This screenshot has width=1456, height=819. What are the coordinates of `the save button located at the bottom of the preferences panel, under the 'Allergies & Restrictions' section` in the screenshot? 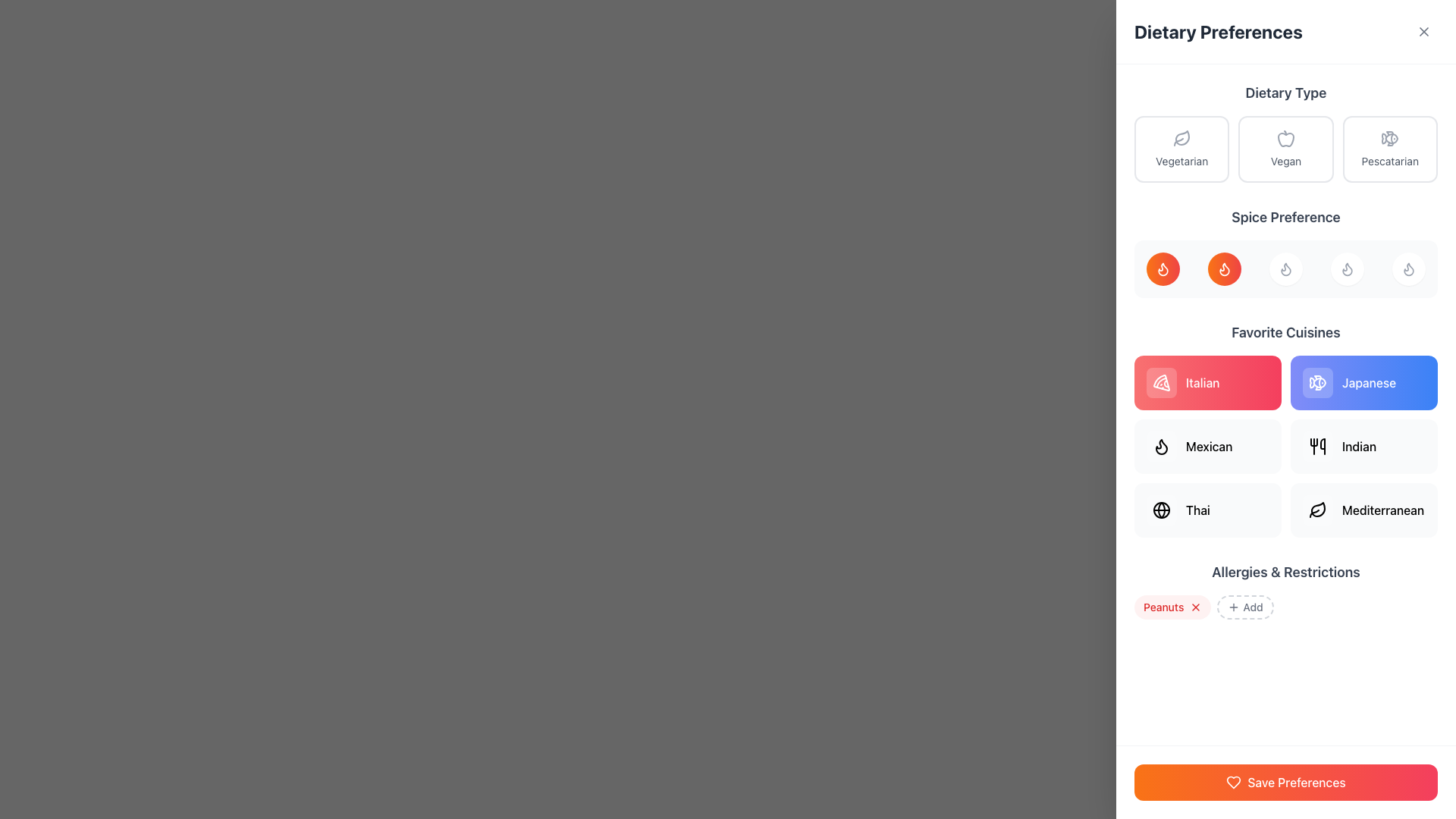 It's located at (1285, 783).